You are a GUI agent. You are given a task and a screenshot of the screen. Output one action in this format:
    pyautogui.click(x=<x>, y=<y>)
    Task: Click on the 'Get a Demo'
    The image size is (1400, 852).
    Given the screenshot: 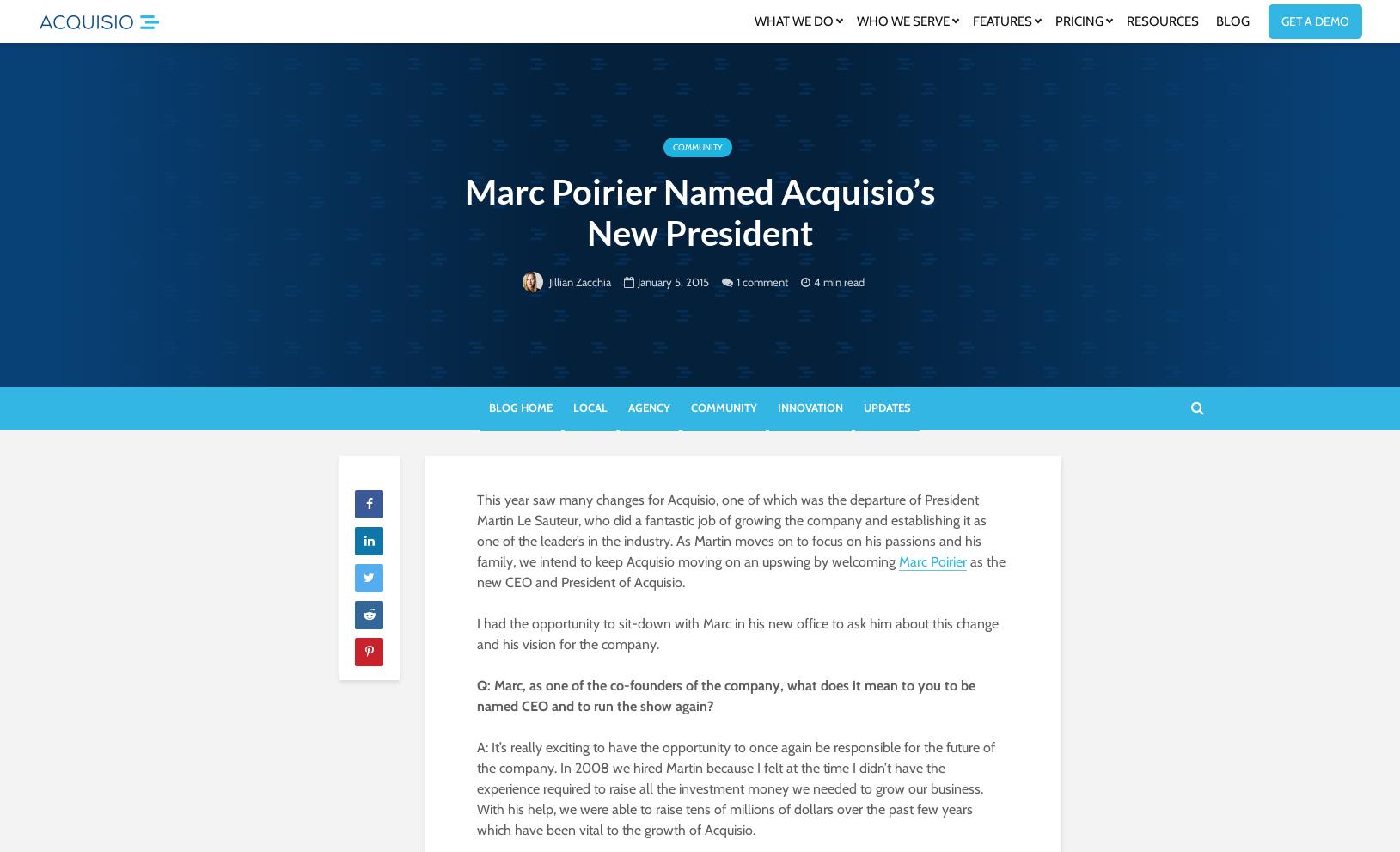 What is the action you would take?
    pyautogui.click(x=1314, y=20)
    